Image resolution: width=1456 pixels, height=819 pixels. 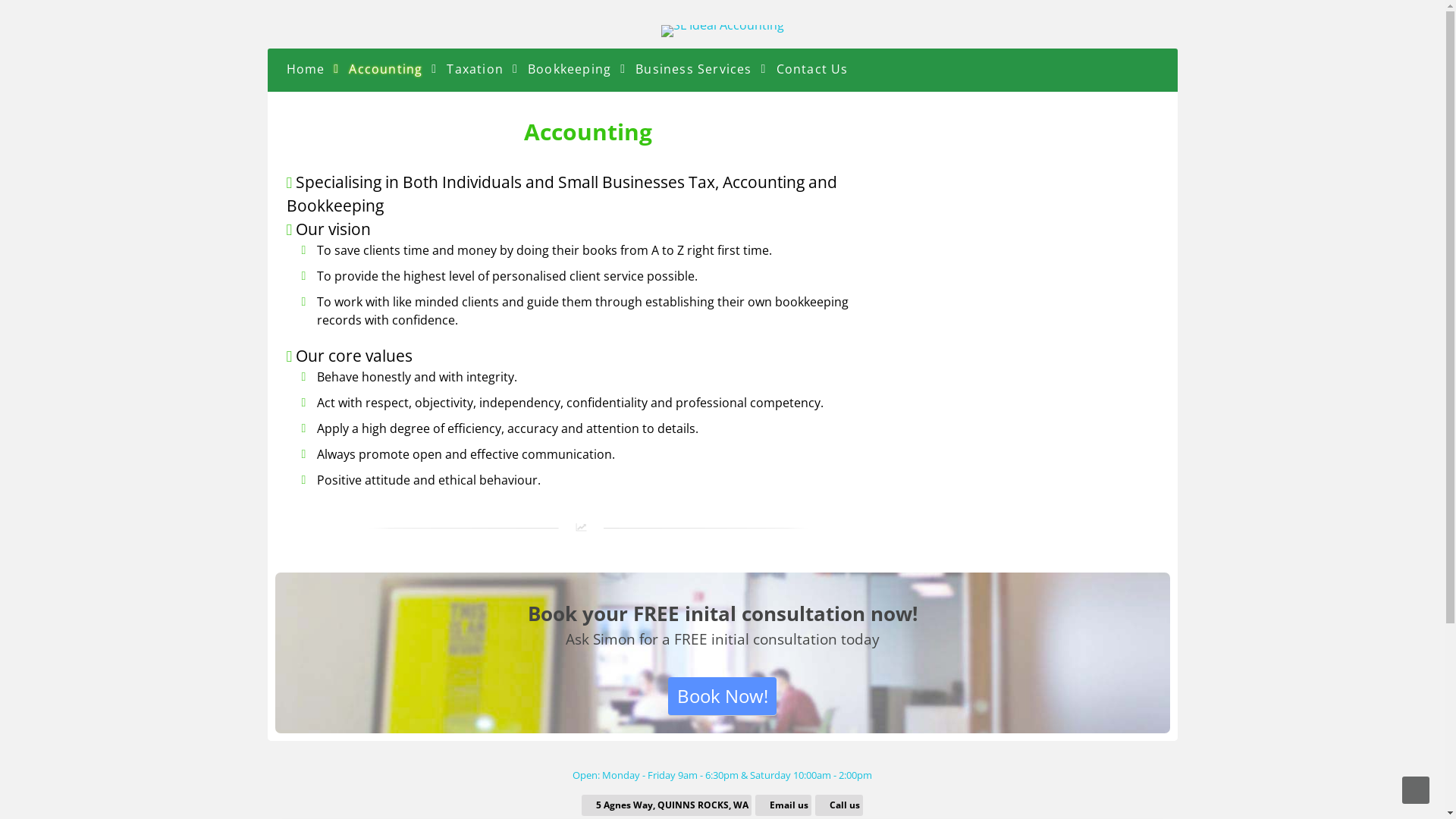 I want to click on 'Email us', so click(x=784, y=804).